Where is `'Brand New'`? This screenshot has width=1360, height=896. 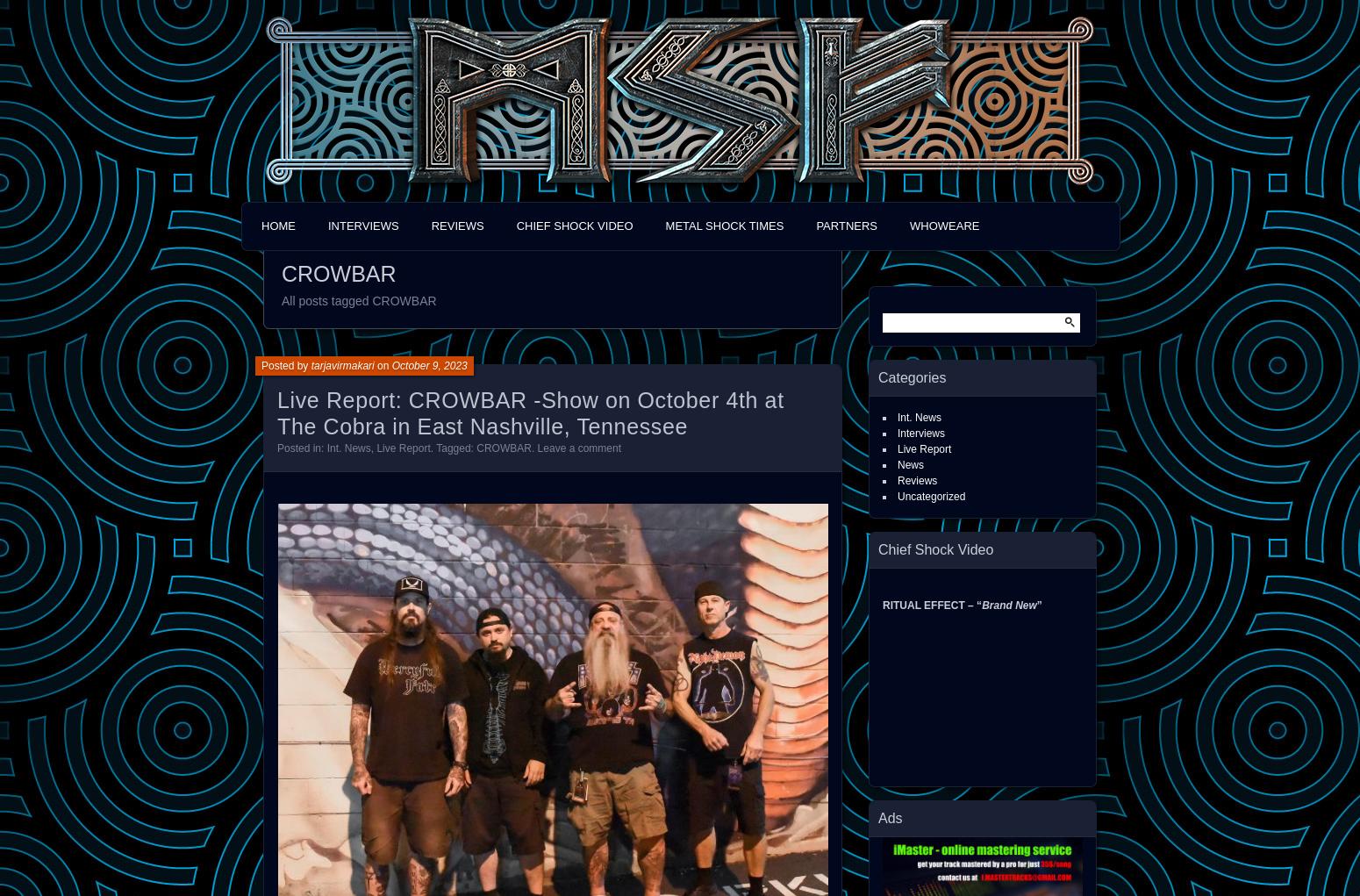 'Brand New' is located at coordinates (1007, 605).